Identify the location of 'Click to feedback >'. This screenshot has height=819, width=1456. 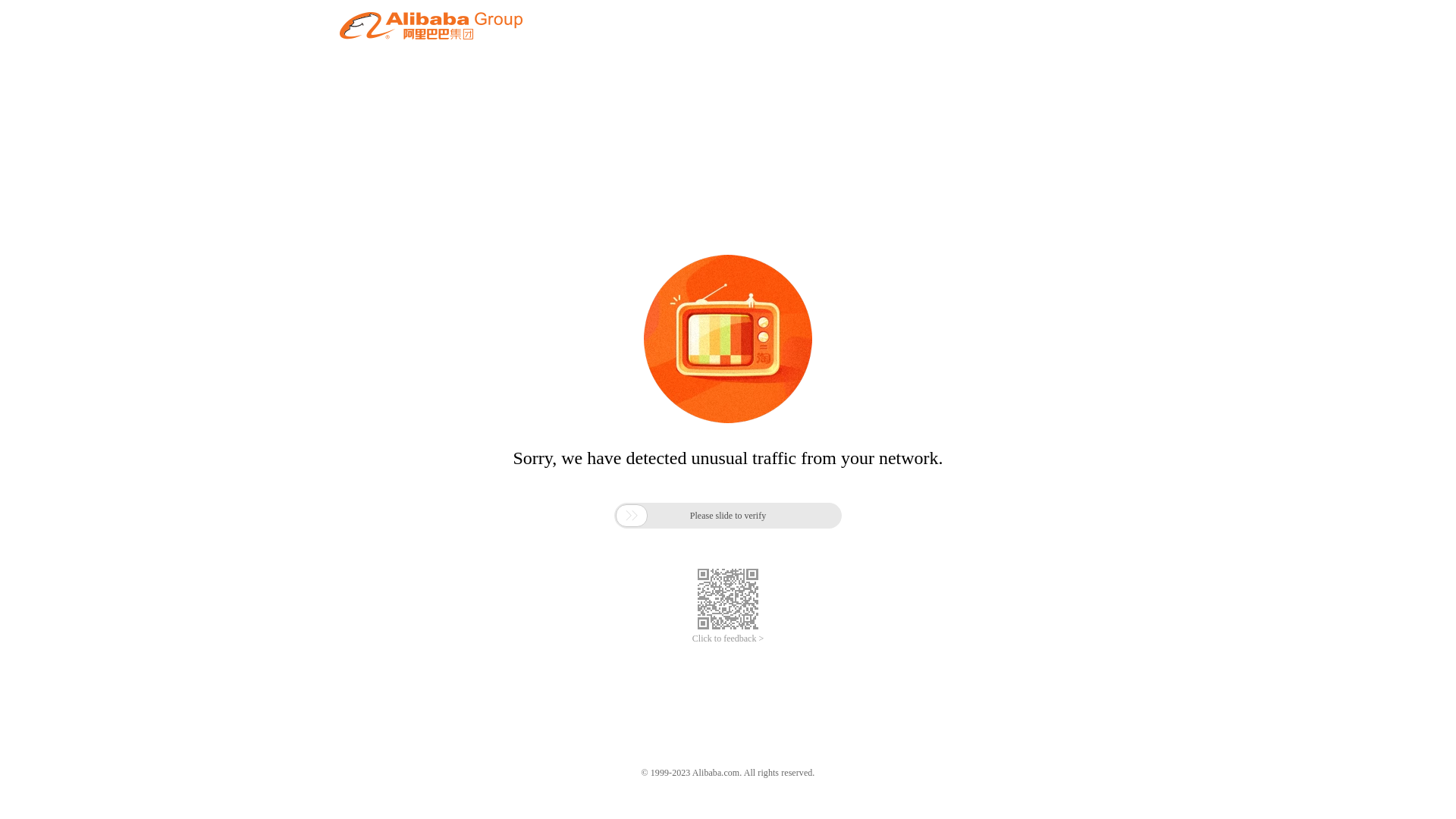
(728, 639).